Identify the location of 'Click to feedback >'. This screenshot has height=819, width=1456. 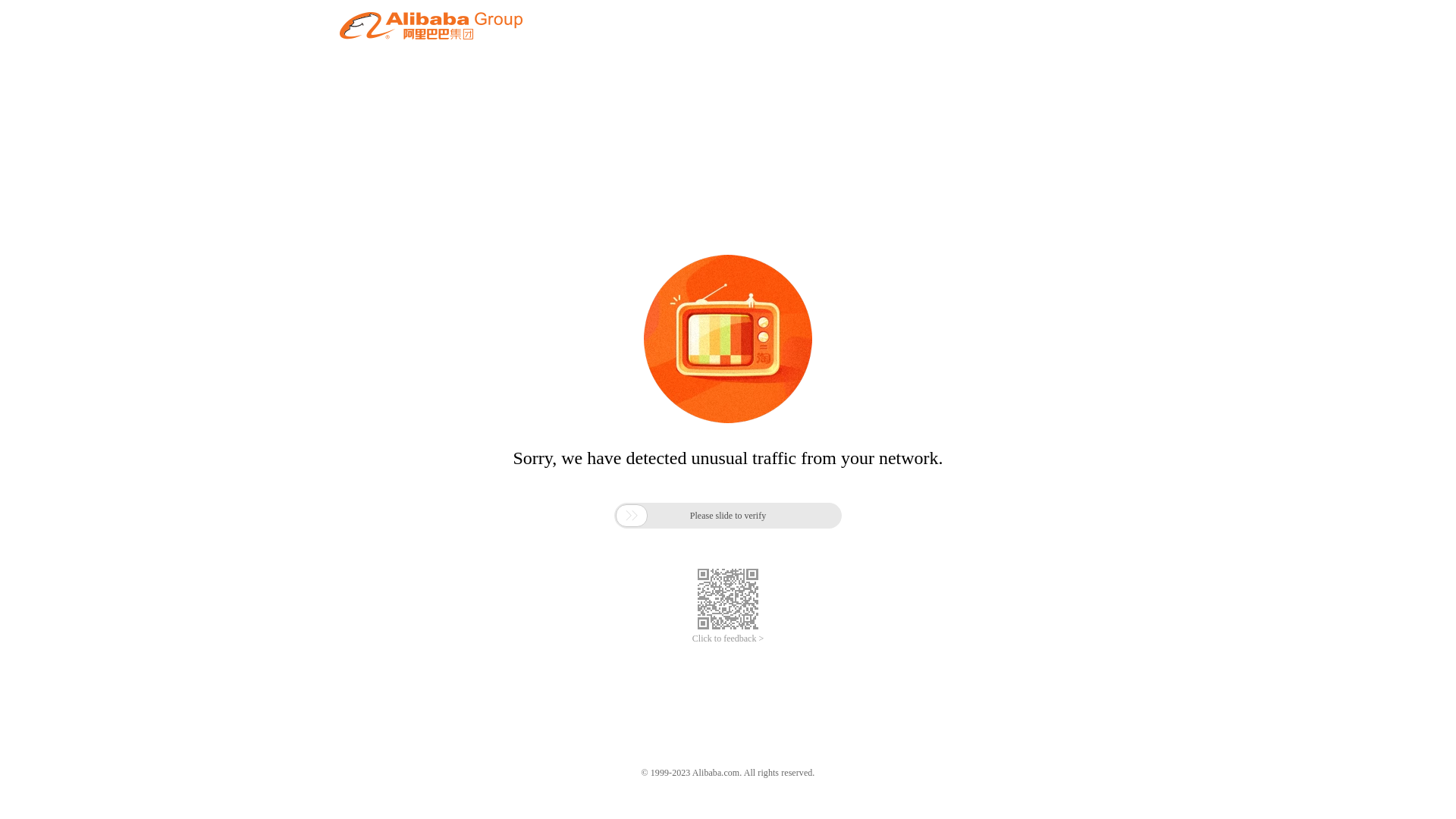
(728, 639).